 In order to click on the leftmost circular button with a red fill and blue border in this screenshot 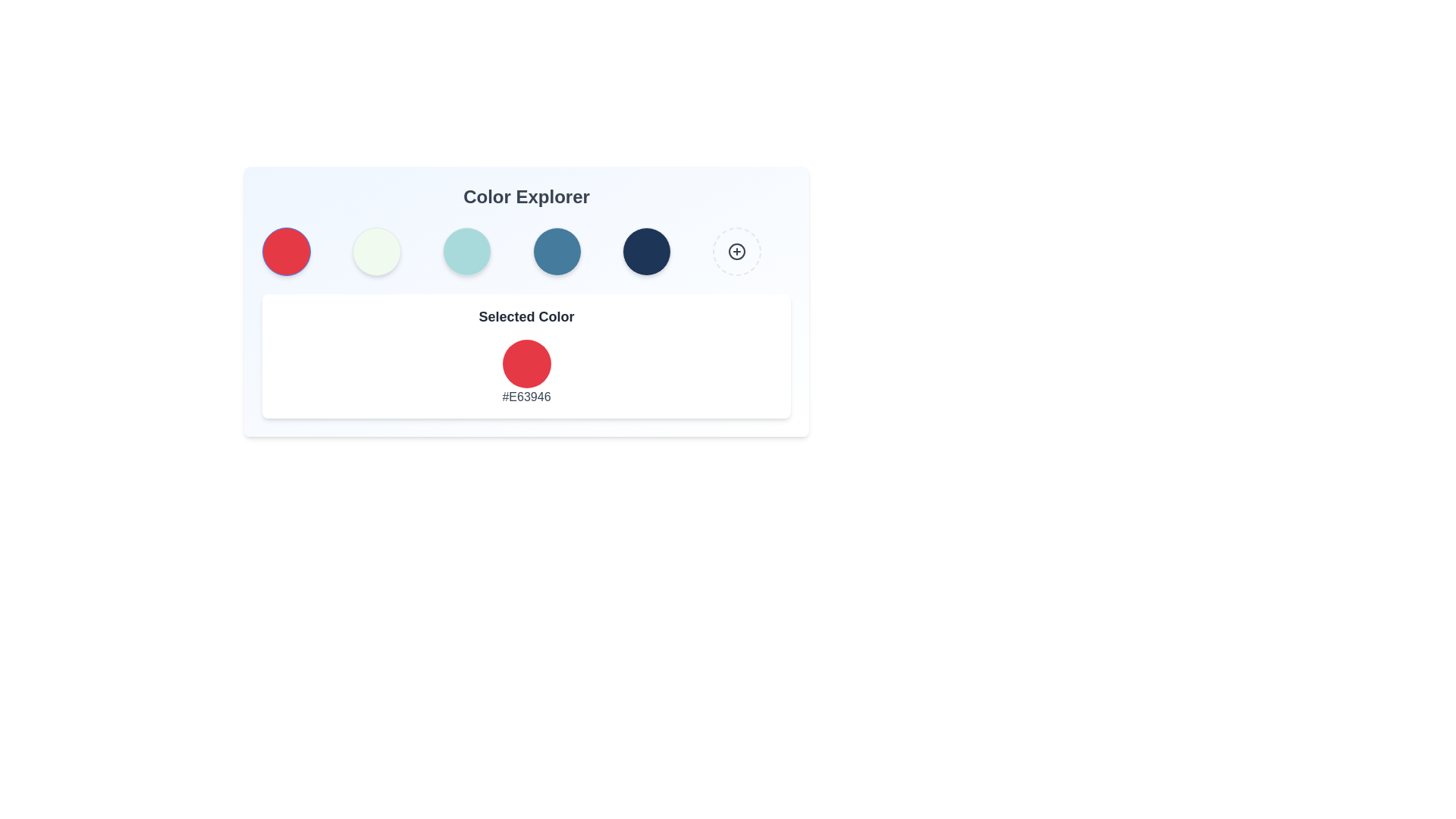, I will do `click(287, 250)`.